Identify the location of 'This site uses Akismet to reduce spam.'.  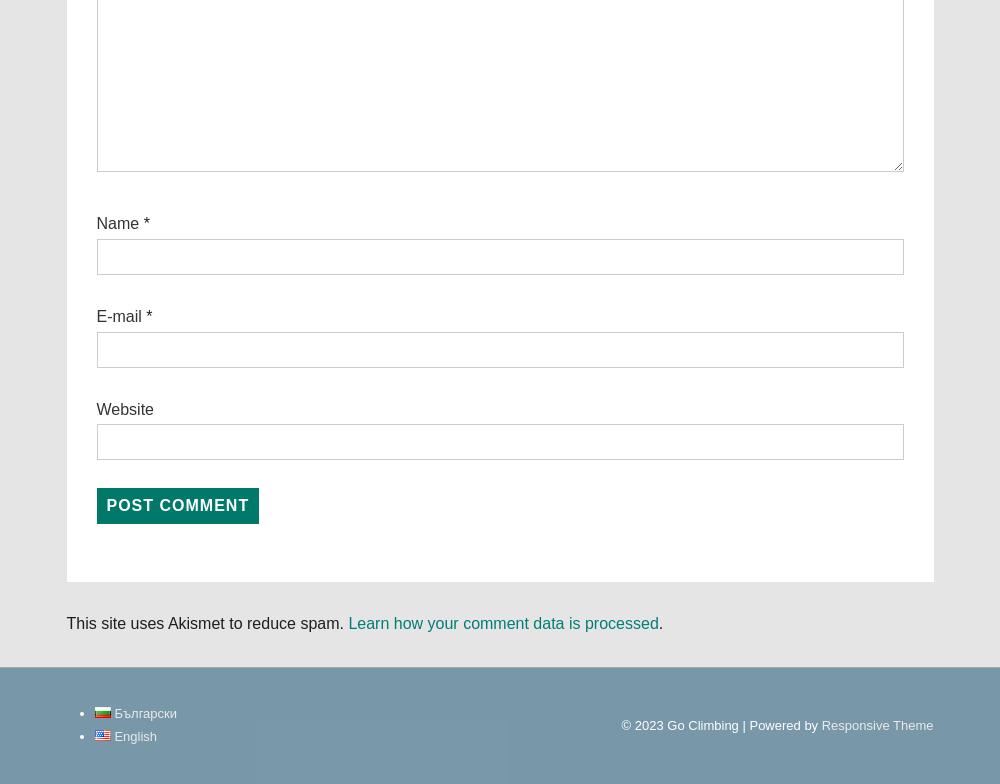
(206, 623).